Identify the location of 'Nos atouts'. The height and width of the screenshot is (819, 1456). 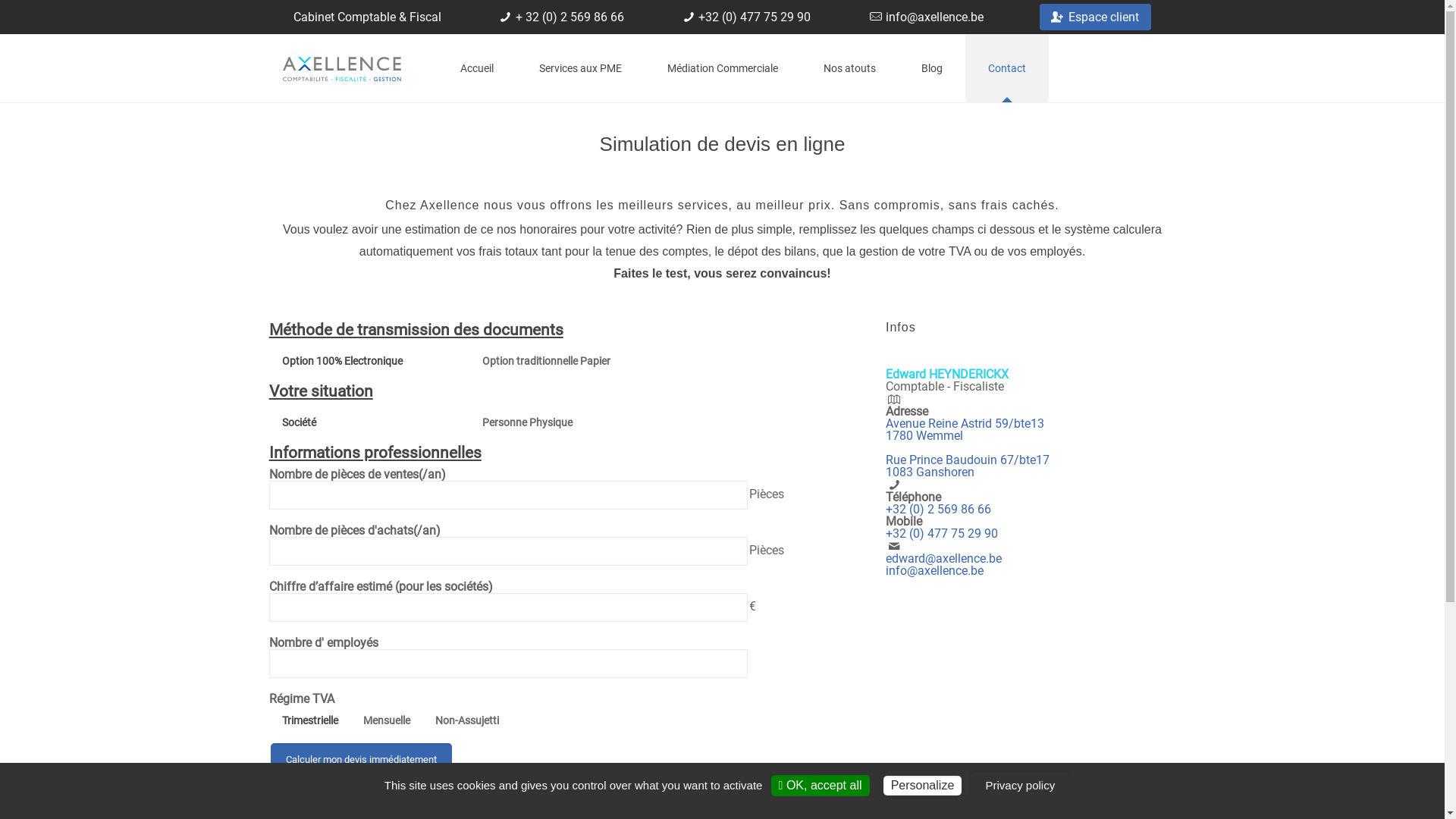
(849, 67).